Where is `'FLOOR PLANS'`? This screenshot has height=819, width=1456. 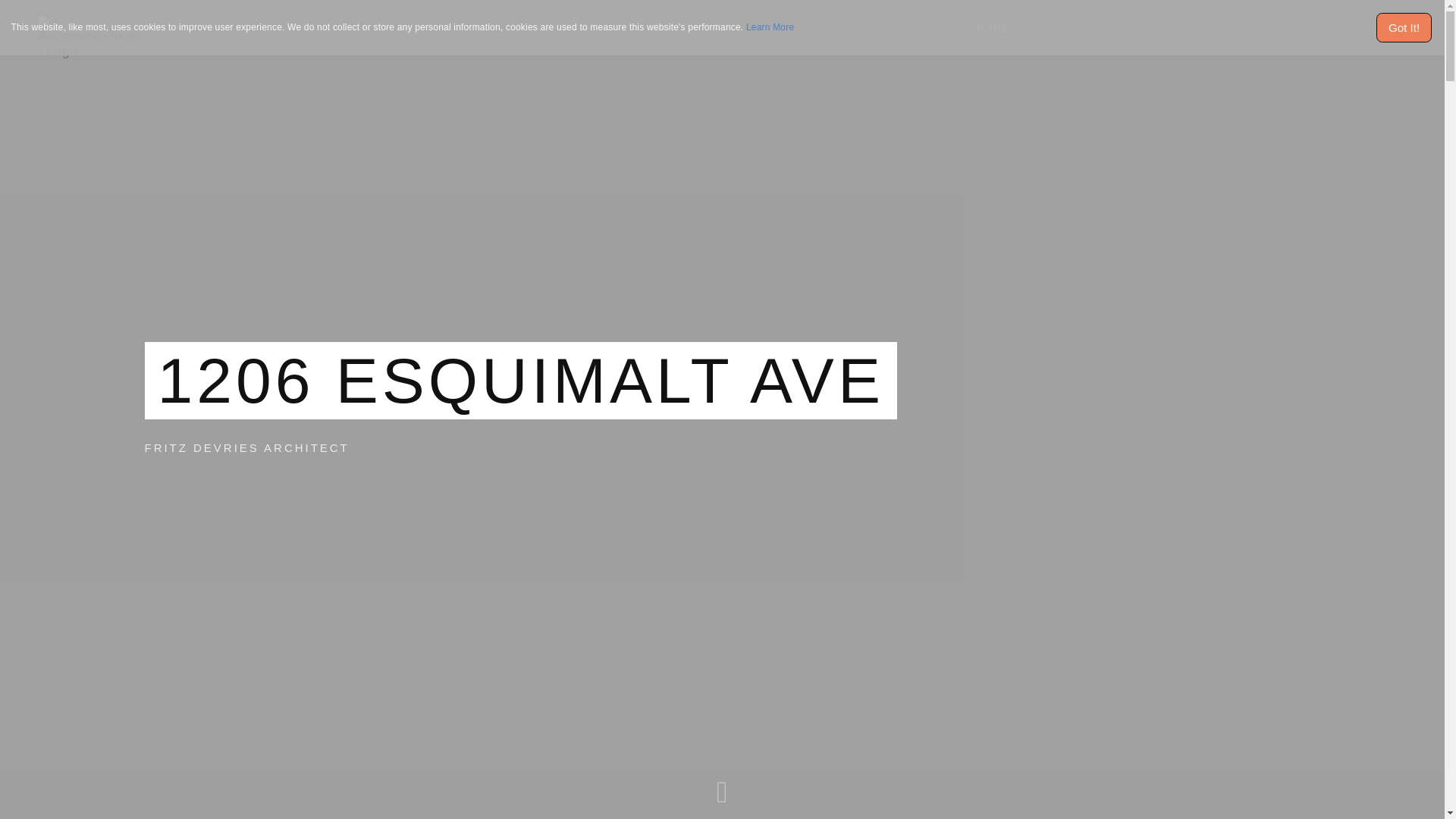 'FLOOR PLANS' is located at coordinates (1134, 28).